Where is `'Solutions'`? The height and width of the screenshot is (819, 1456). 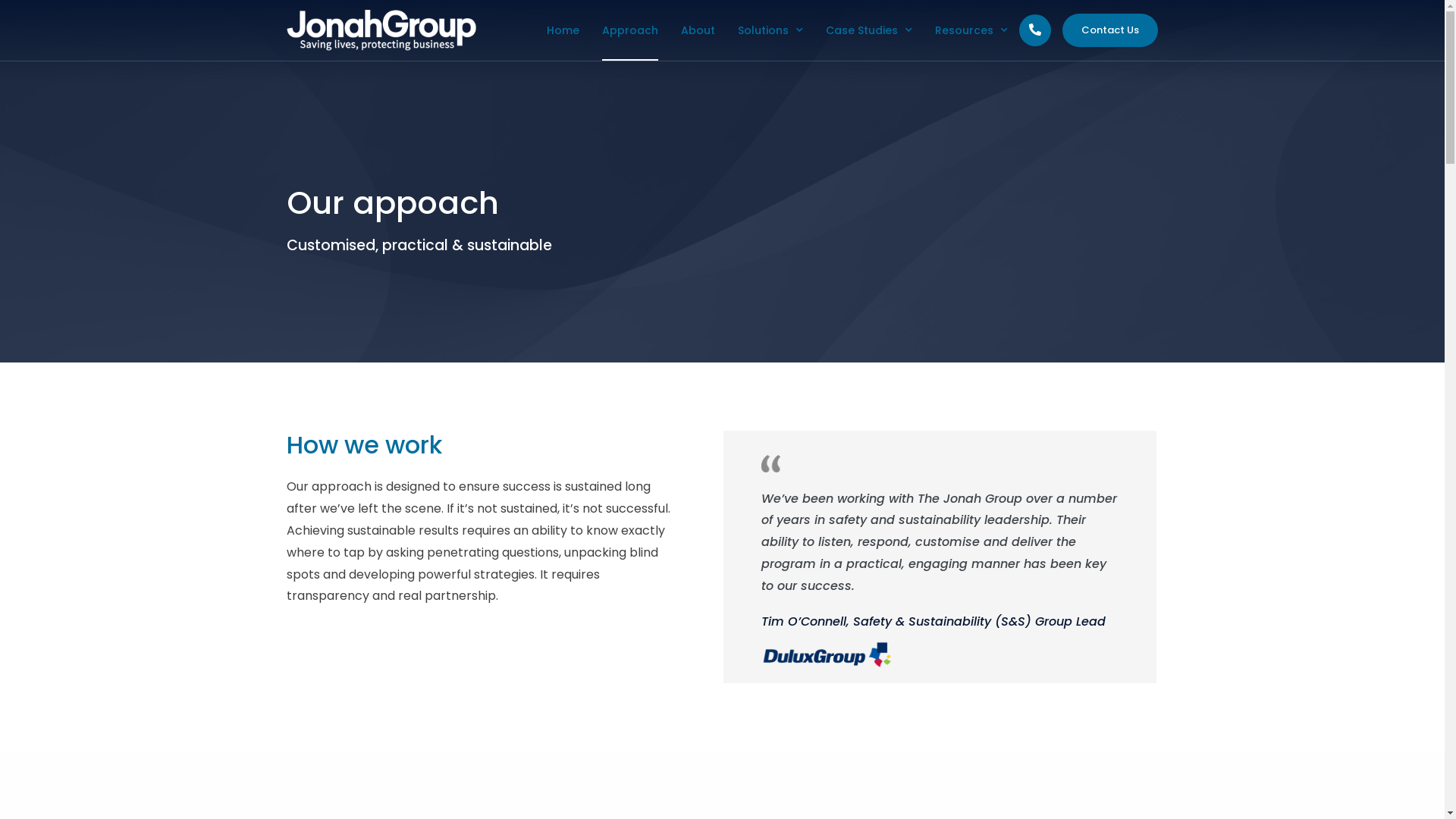 'Solutions' is located at coordinates (738, 30).